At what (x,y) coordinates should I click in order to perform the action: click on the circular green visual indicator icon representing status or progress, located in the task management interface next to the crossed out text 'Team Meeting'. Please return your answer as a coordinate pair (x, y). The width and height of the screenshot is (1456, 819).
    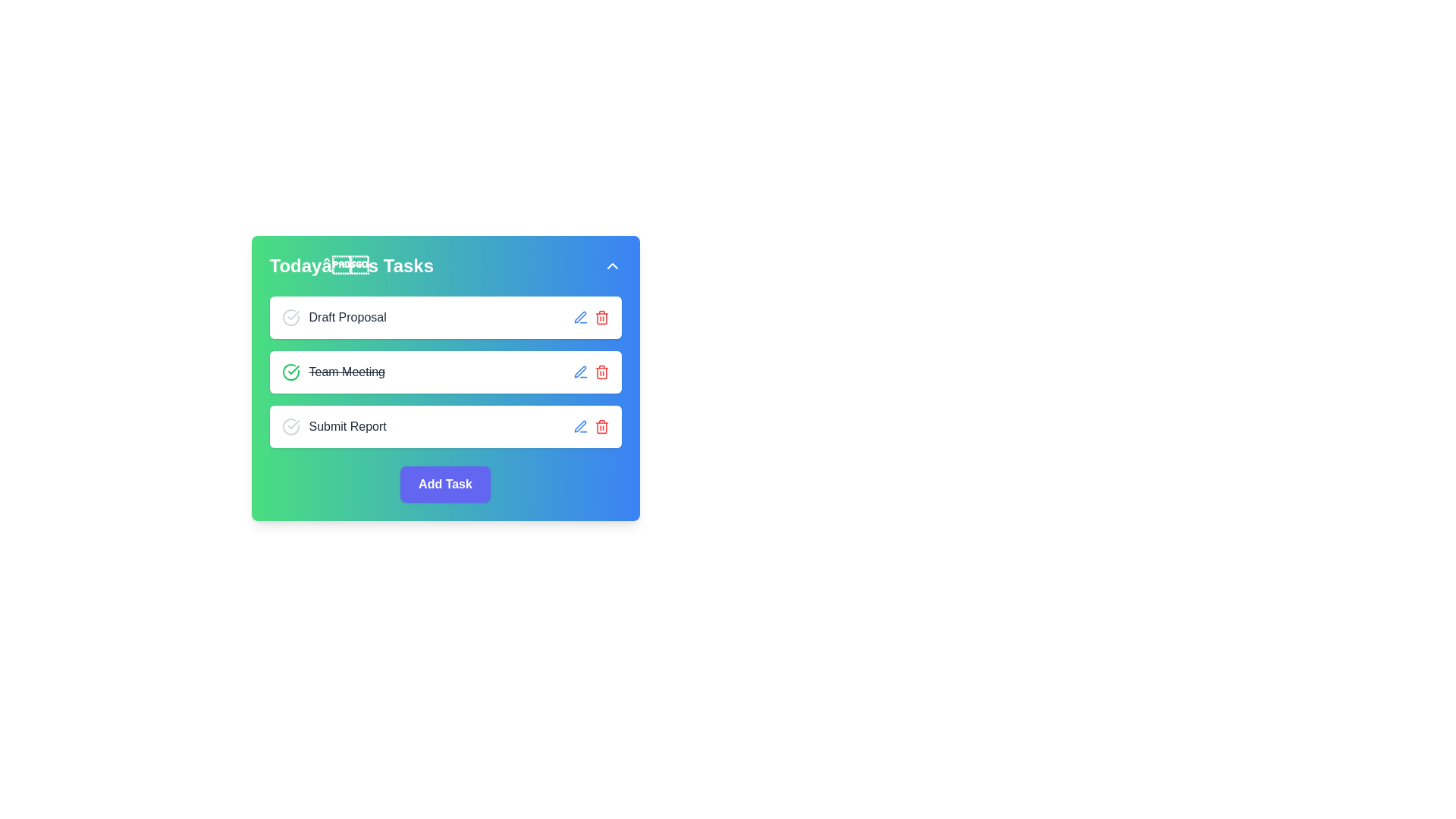
    Looking at the image, I should click on (290, 372).